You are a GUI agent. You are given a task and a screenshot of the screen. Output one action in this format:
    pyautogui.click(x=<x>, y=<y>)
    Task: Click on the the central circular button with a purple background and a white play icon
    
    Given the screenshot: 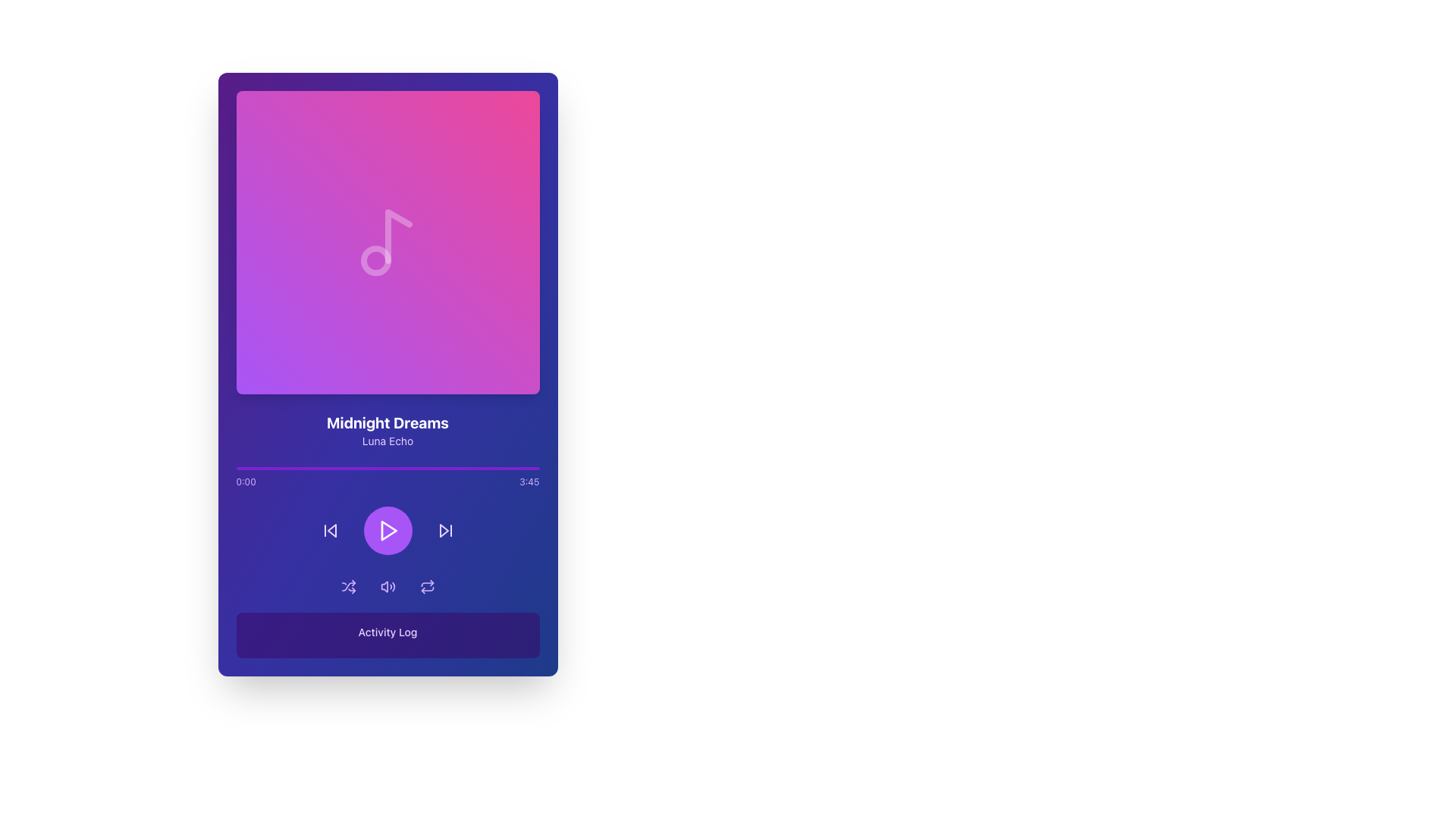 What is the action you would take?
    pyautogui.click(x=388, y=529)
    